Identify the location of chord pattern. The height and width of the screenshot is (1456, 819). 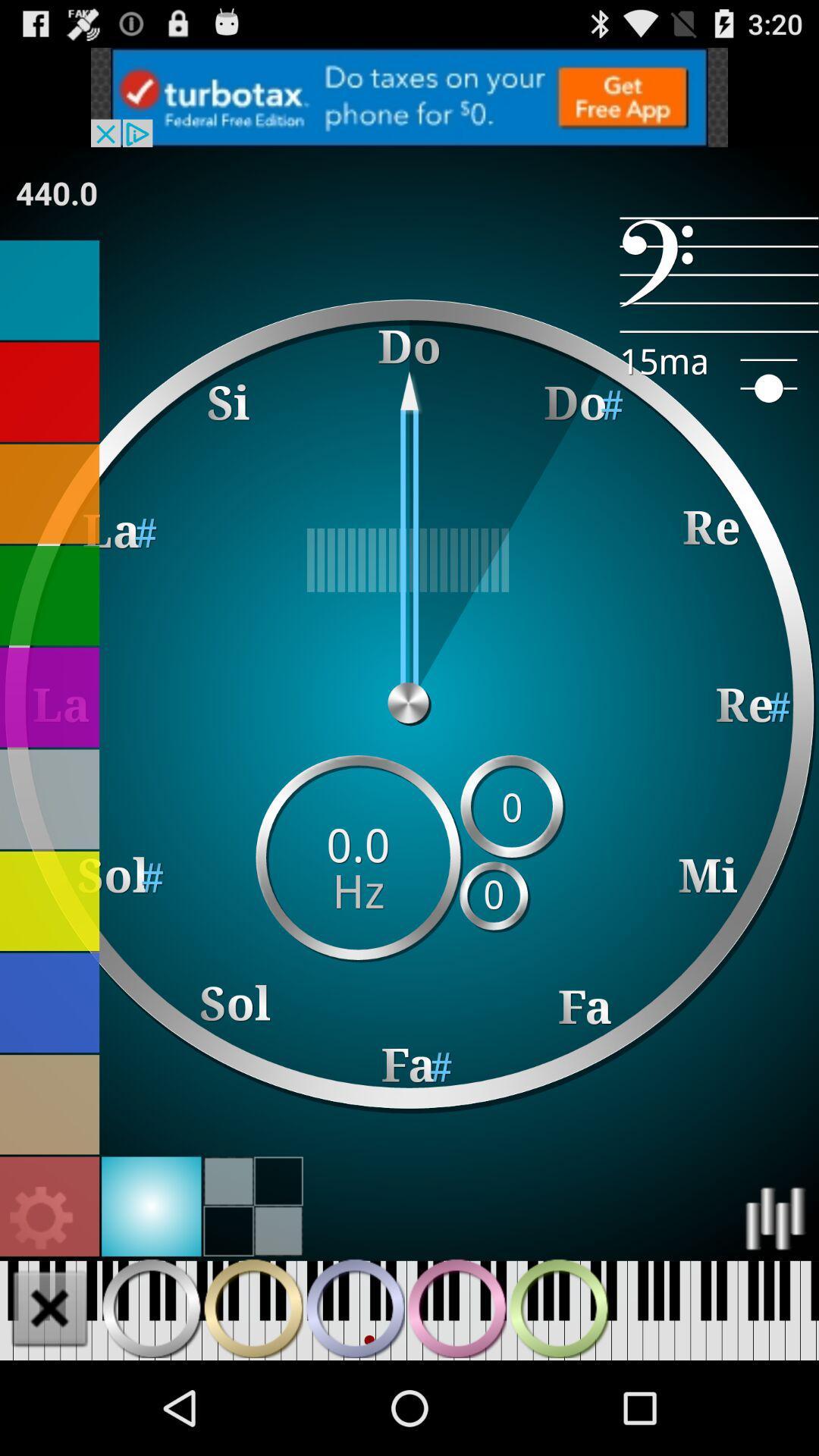
(151, 1307).